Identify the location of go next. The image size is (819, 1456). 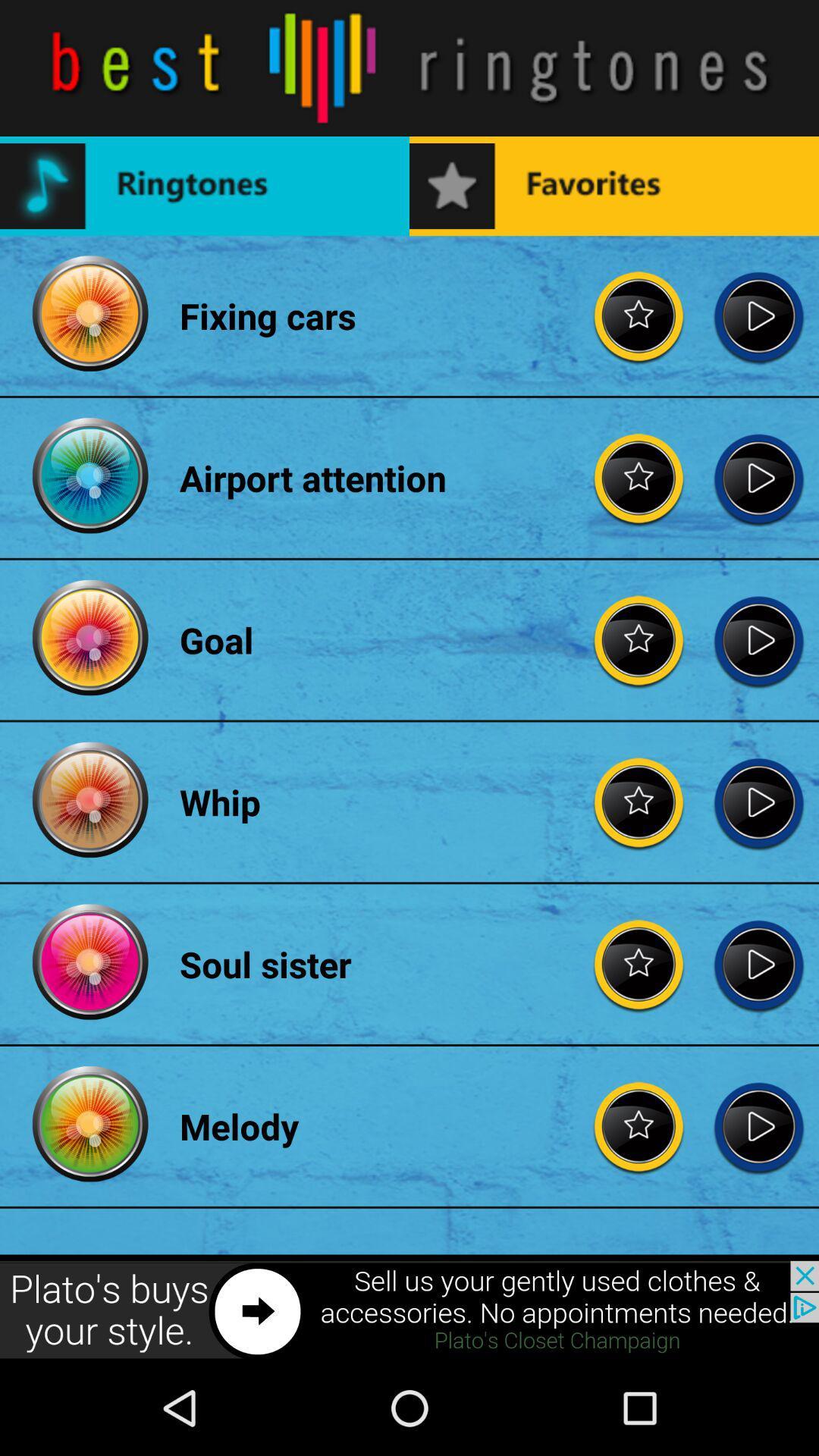
(758, 1126).